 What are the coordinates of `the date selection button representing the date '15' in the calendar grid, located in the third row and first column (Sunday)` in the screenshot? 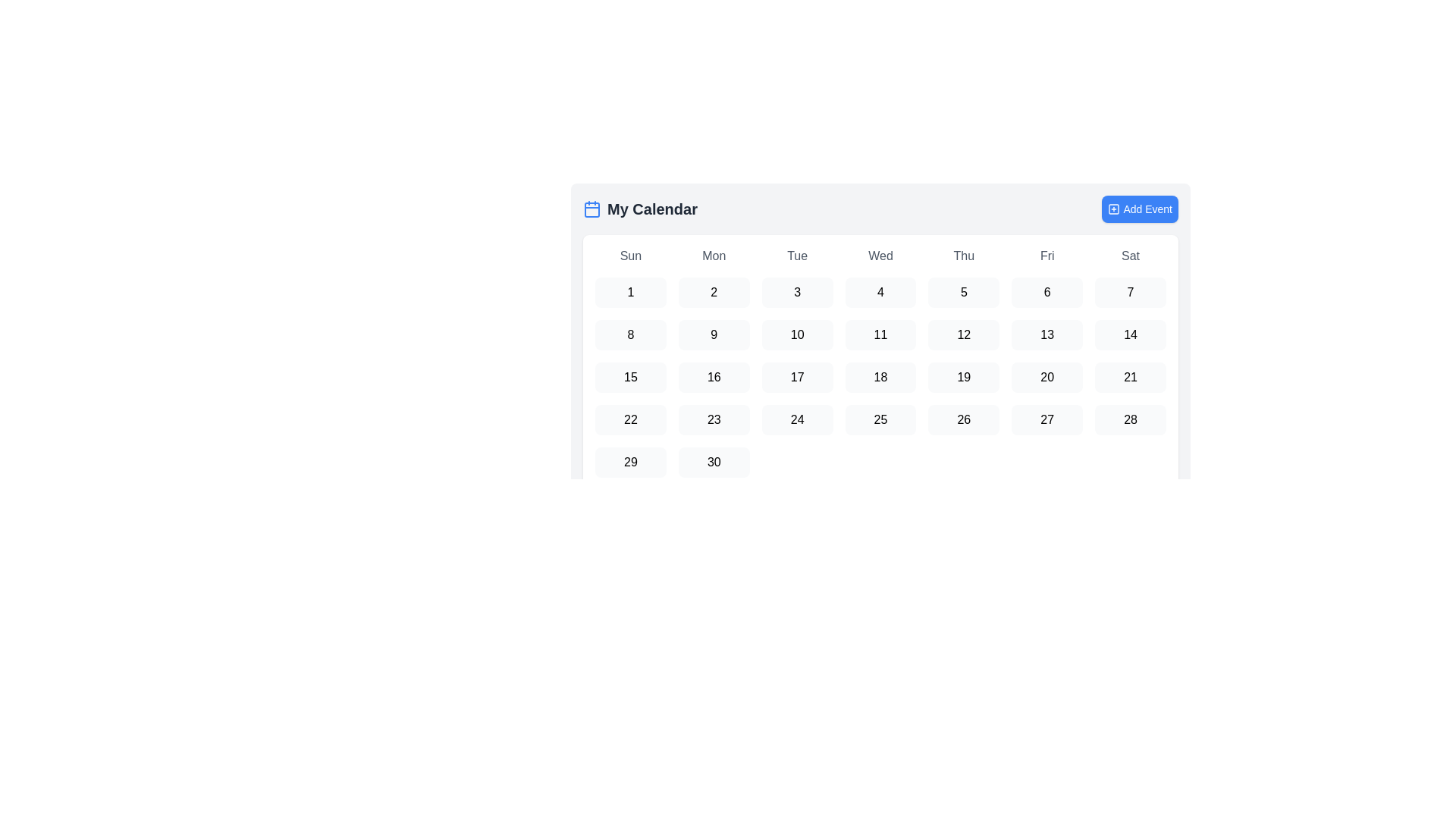 It's located at (630, 376).